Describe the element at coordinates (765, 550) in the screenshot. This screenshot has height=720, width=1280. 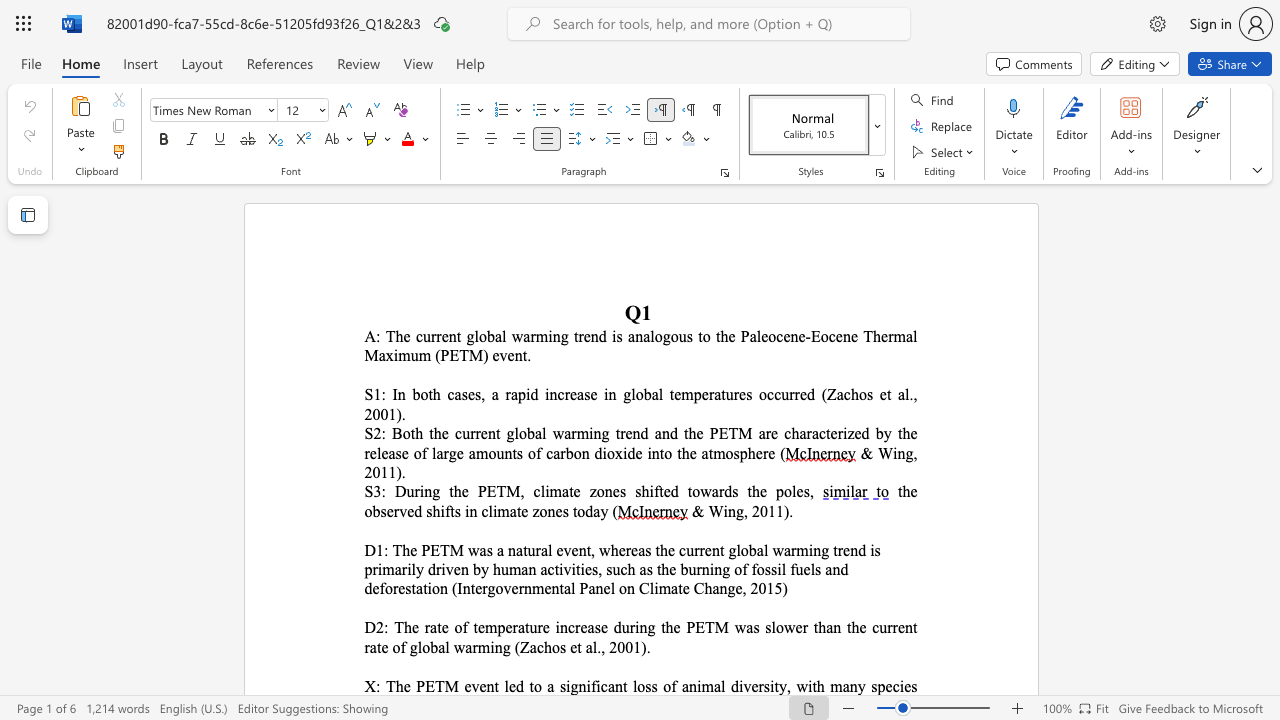
I see `the 2th character "l" in the text` at that location.